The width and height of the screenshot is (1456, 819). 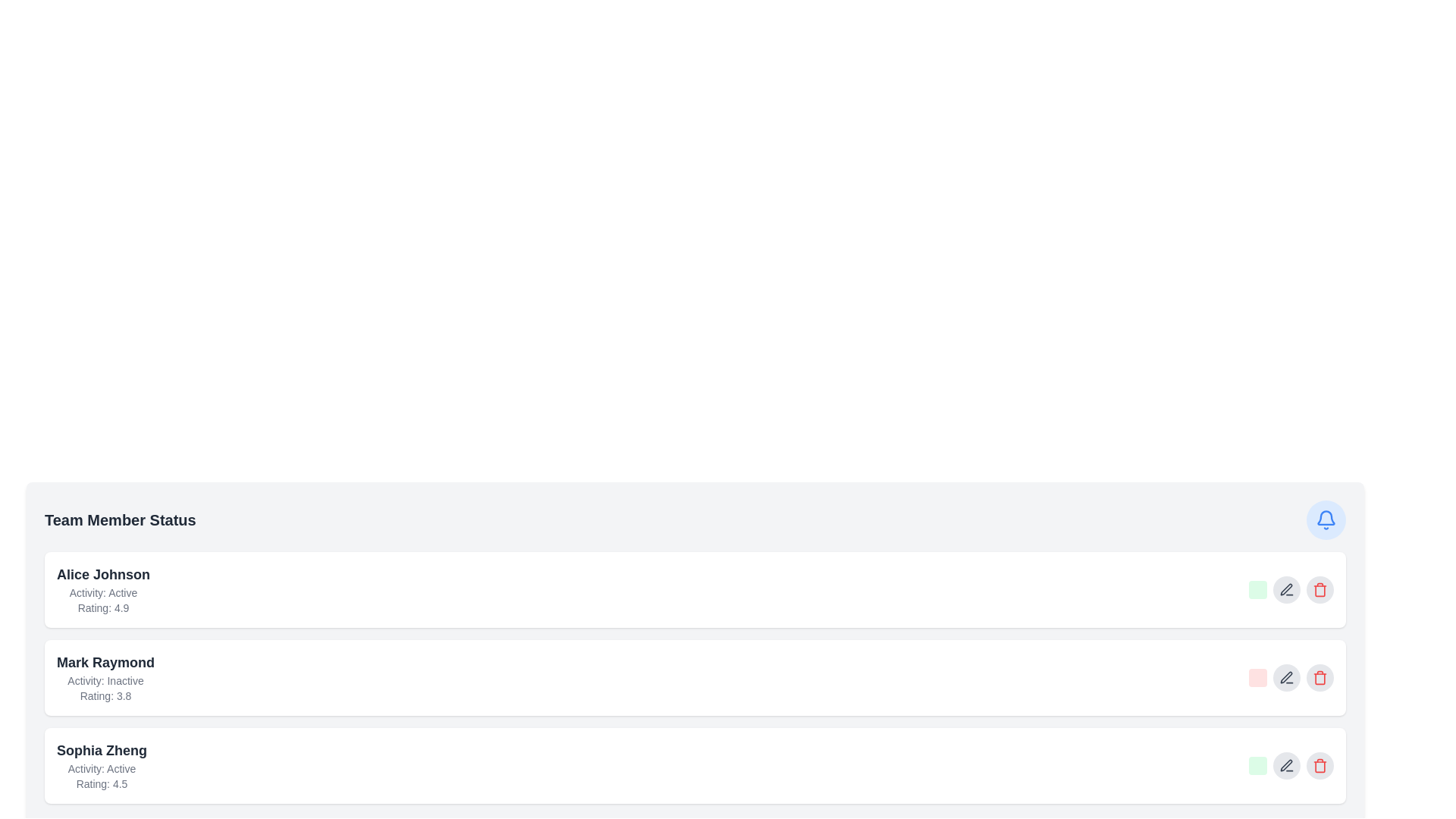 What do you see at coordinates (1291, 589) in the screenshot?
I see `the edit button for 'Alice Johnson'` at bounding box center [1291, 589].